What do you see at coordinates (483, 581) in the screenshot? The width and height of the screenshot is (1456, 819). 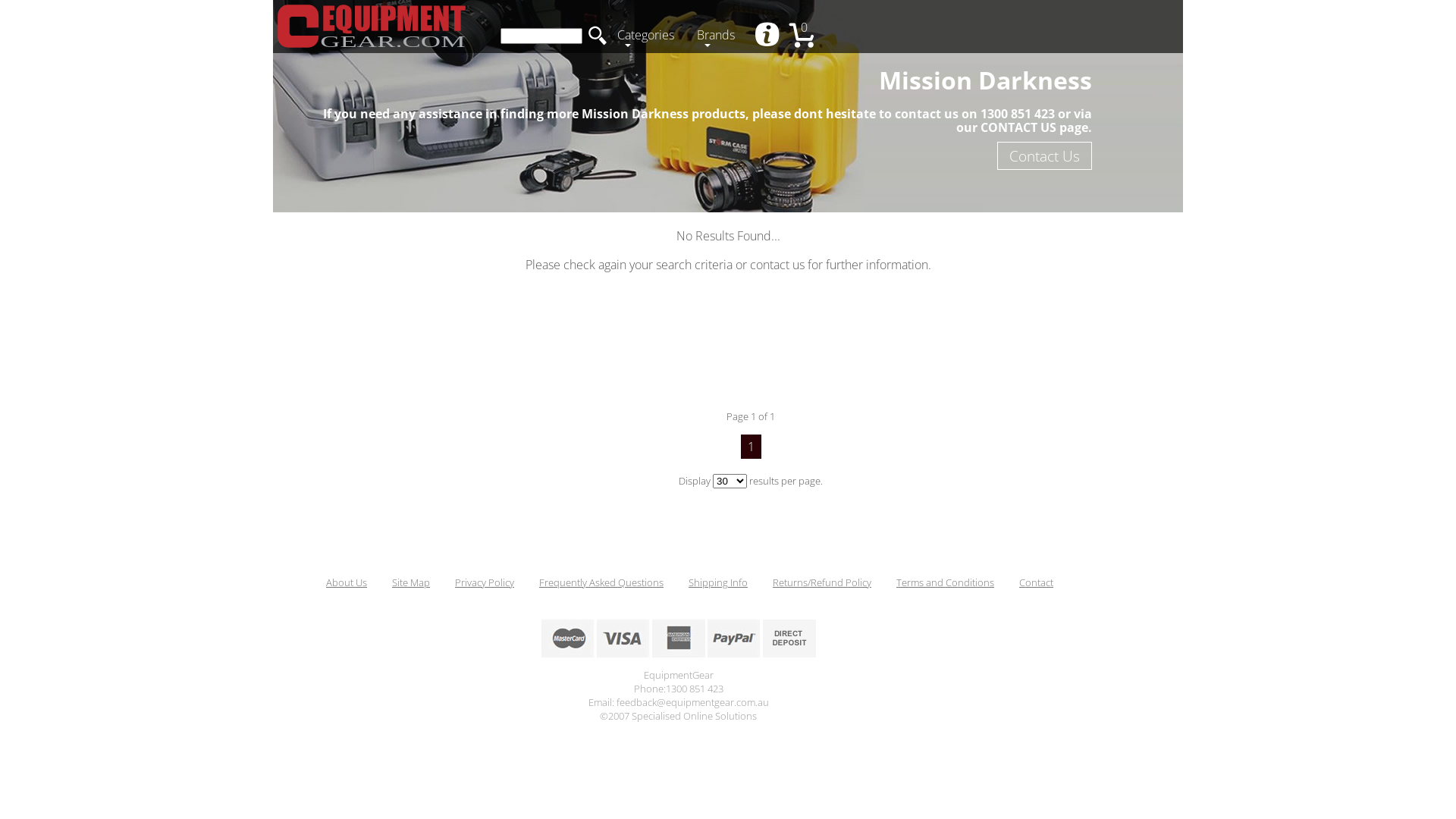 I see `'Privacy Policy'` at bounding box center [483, 581].